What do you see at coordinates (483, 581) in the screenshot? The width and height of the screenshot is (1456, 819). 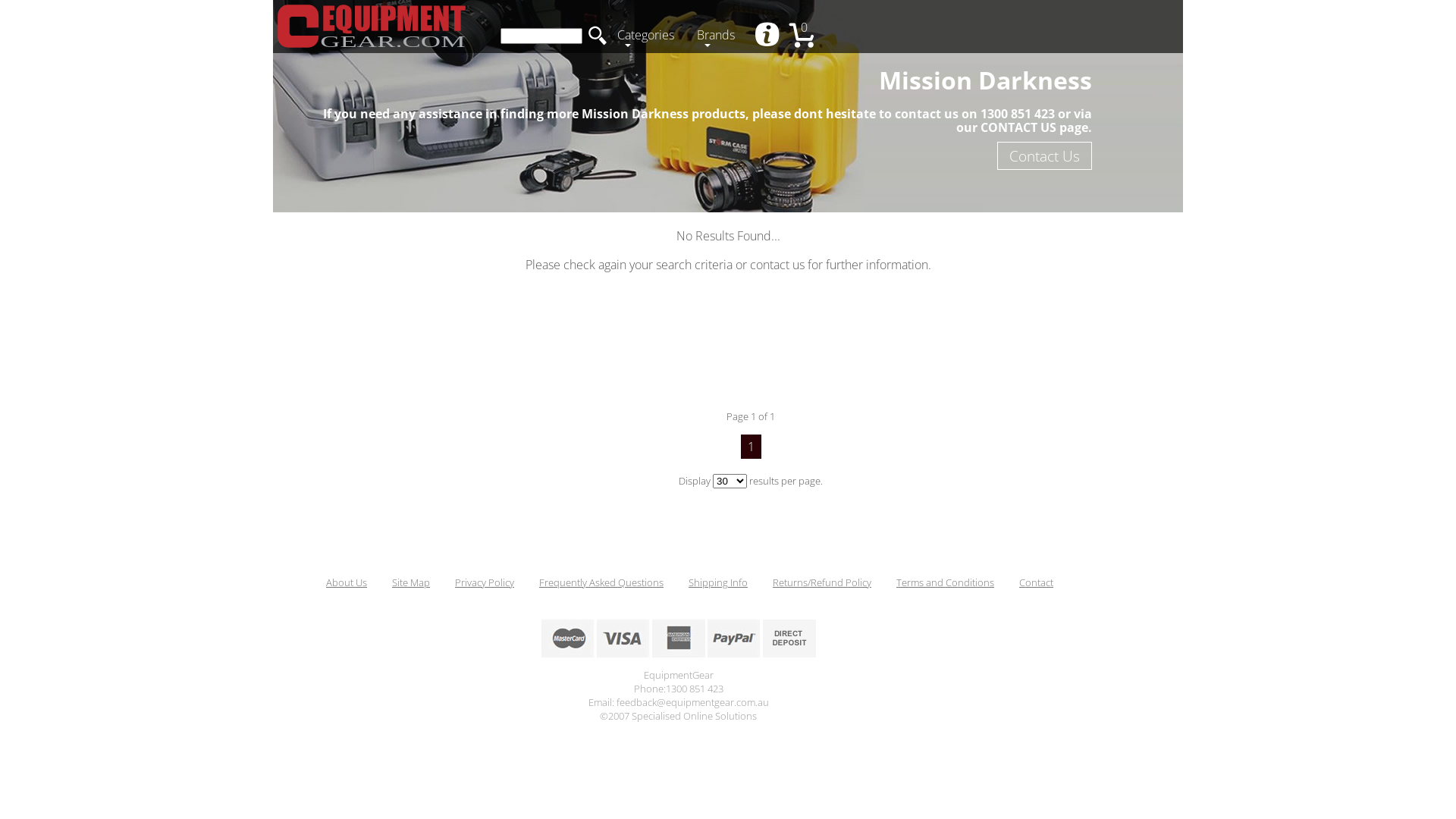 I see `'Privacy Policy'` at bounding box center [483, 581].